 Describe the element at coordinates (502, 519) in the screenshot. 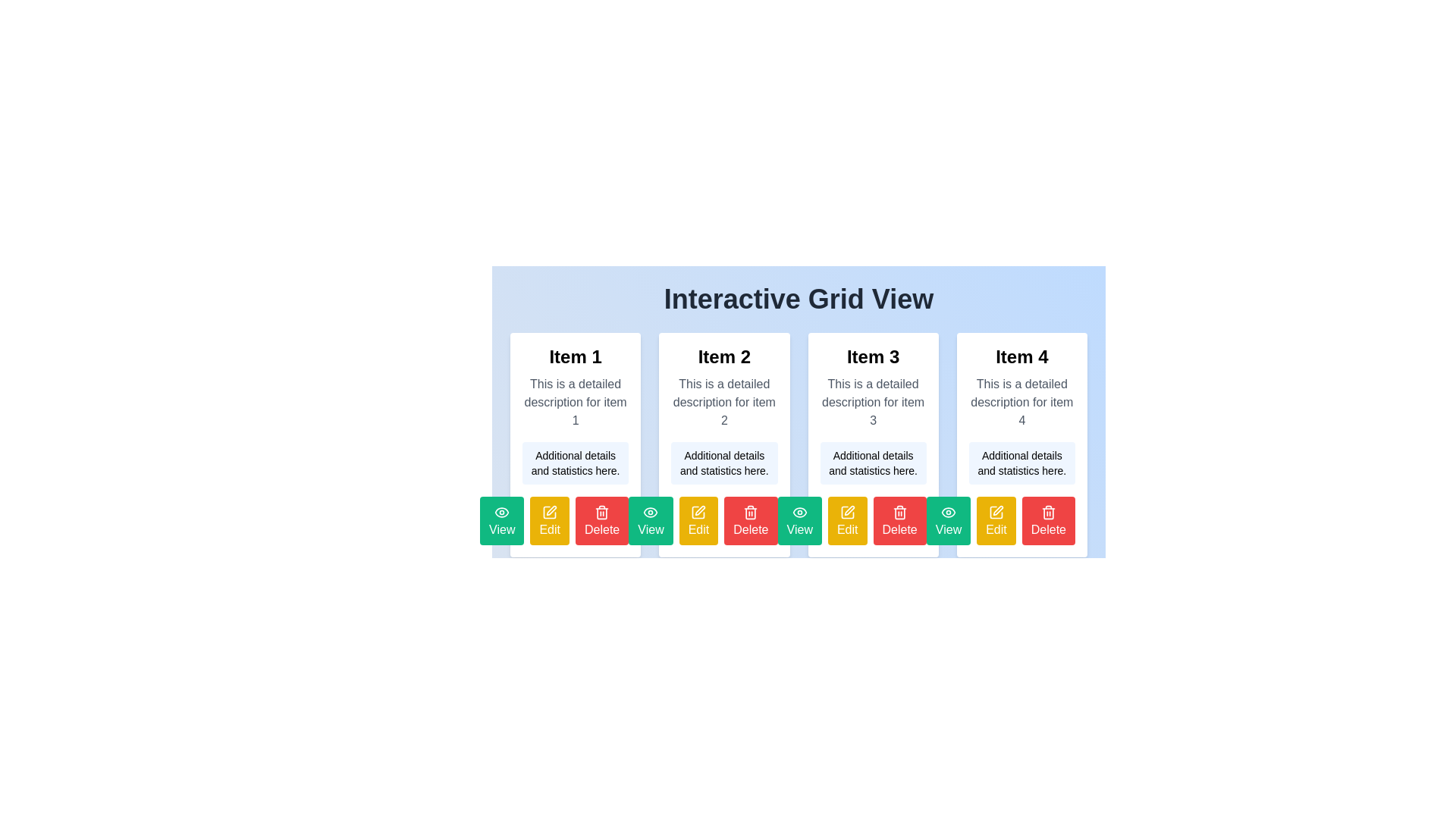

I see `the 'View' button with a green background and white text, which is the first button in the 'View Edit Delete' group under 'Item 1'` at that location.